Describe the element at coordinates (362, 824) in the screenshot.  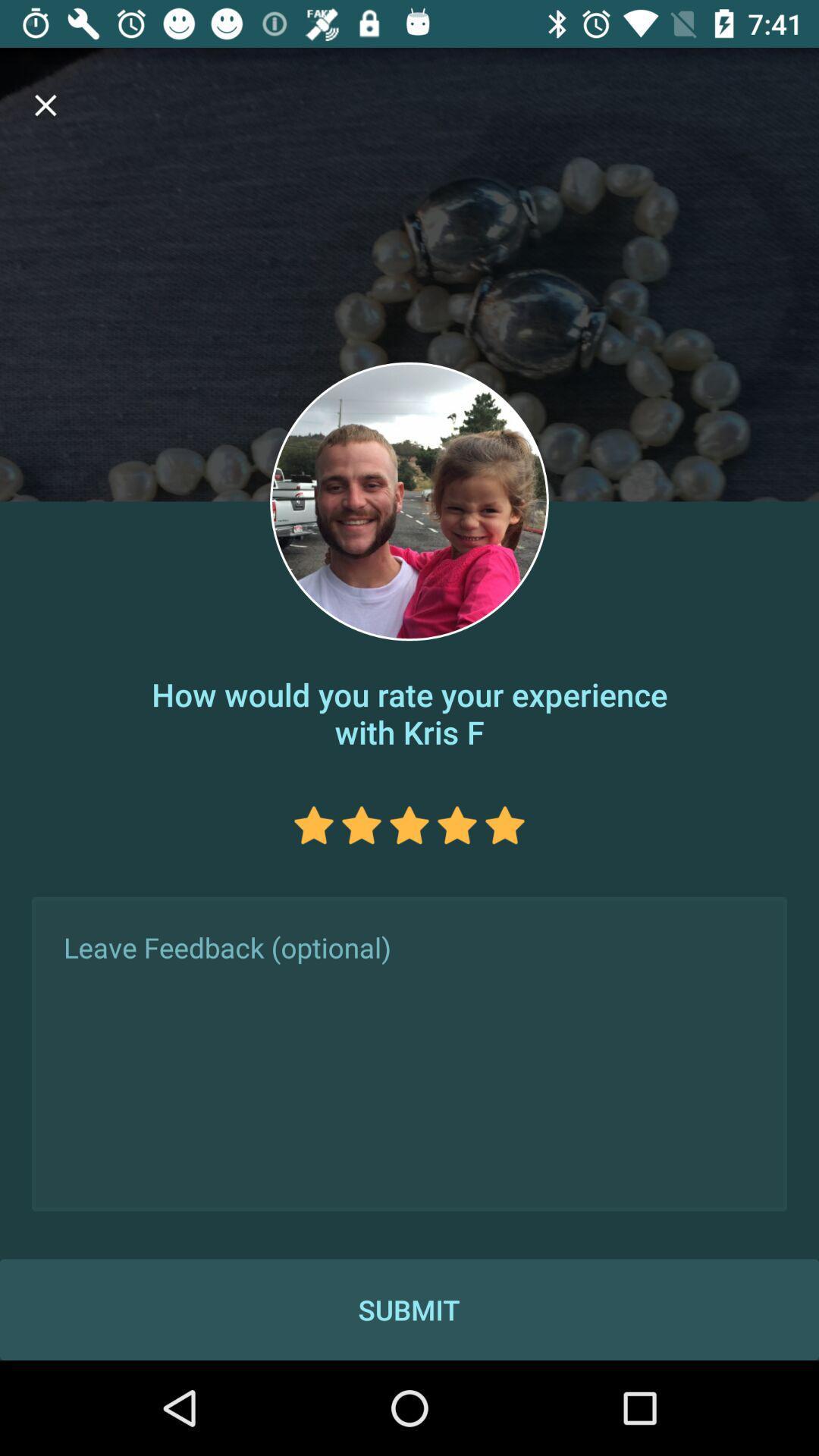
I see `rating` at that location.